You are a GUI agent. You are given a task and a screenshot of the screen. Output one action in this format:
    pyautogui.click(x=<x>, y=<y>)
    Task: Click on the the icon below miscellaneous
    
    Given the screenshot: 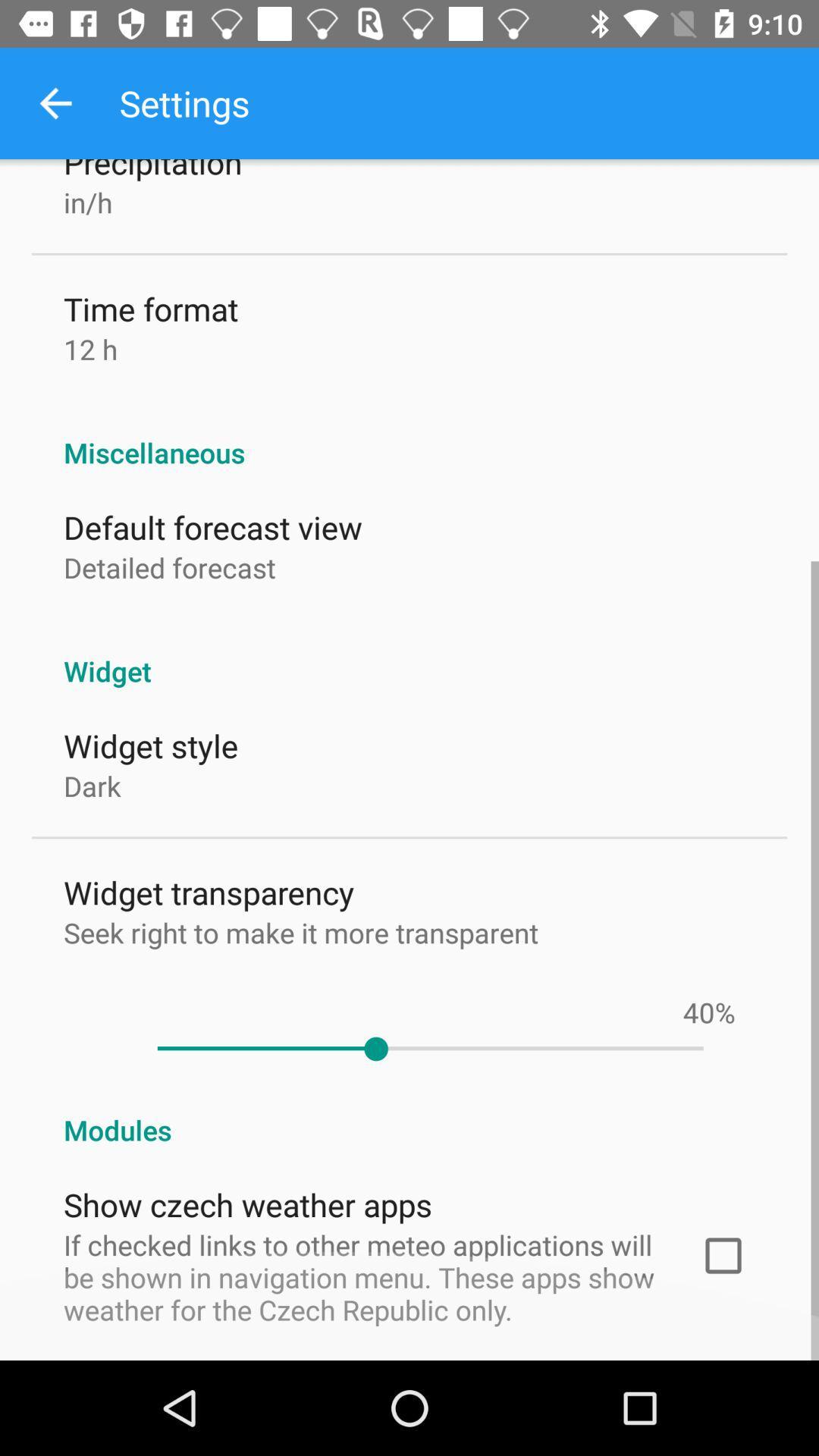 What is the action you would take?
    pyautogui.click(x=212, y=527)
    